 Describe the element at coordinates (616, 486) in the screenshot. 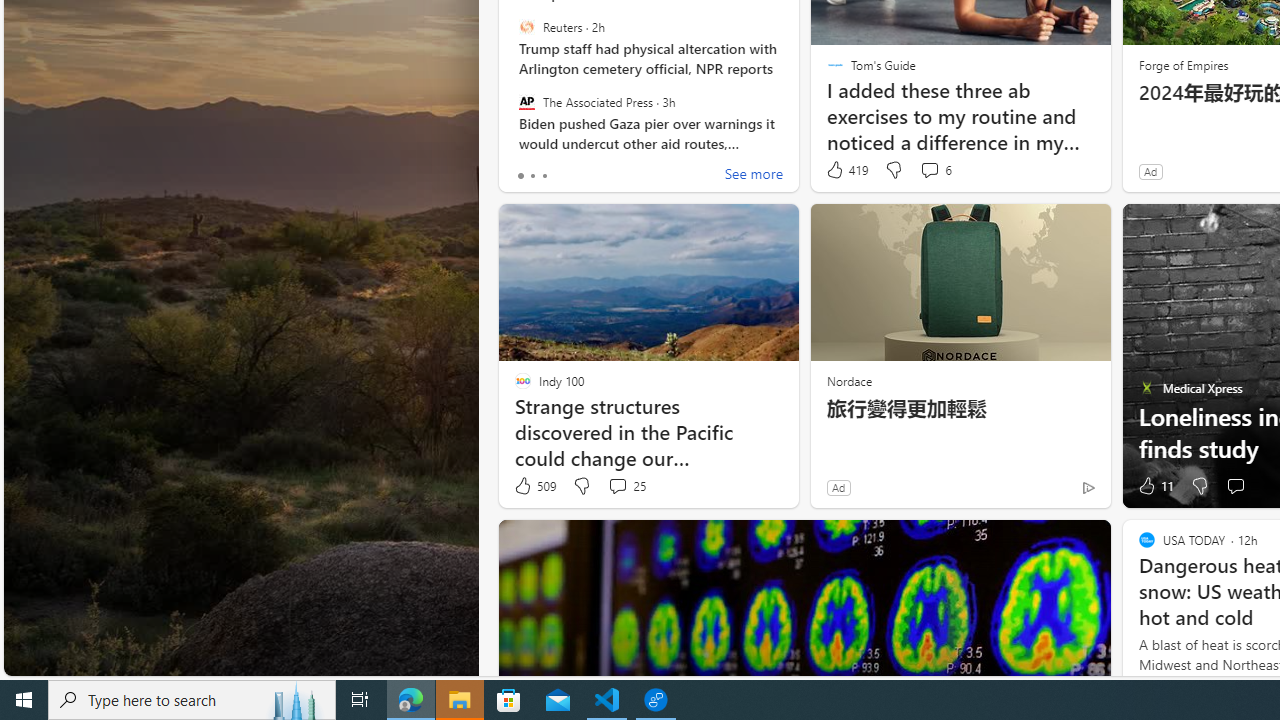

I see `'View comments 25 Comment'` at that location.